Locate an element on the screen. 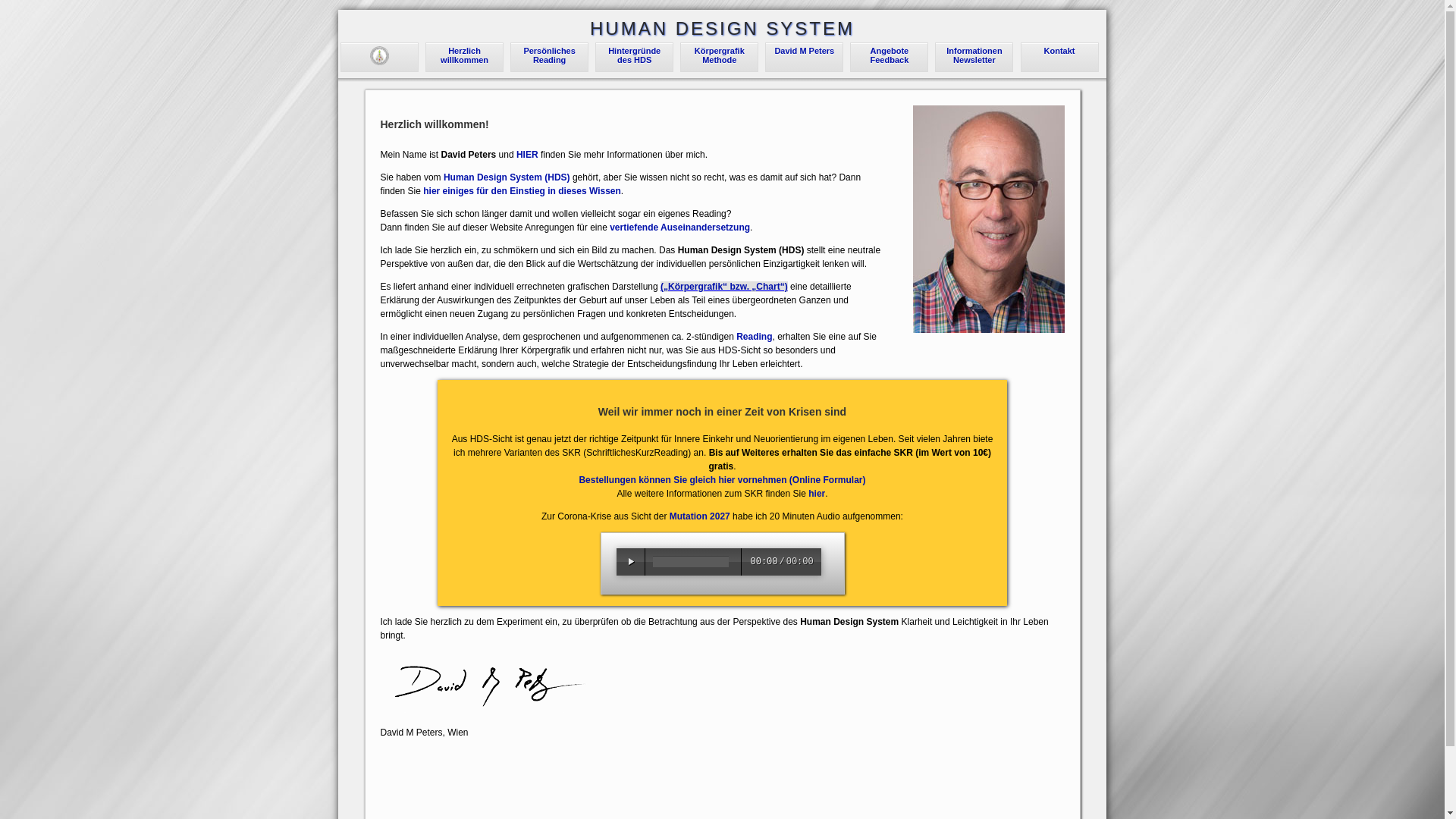 The height and width of the screenshot is (819, 1456). 'Informationen is located at coordinates (974, 55).